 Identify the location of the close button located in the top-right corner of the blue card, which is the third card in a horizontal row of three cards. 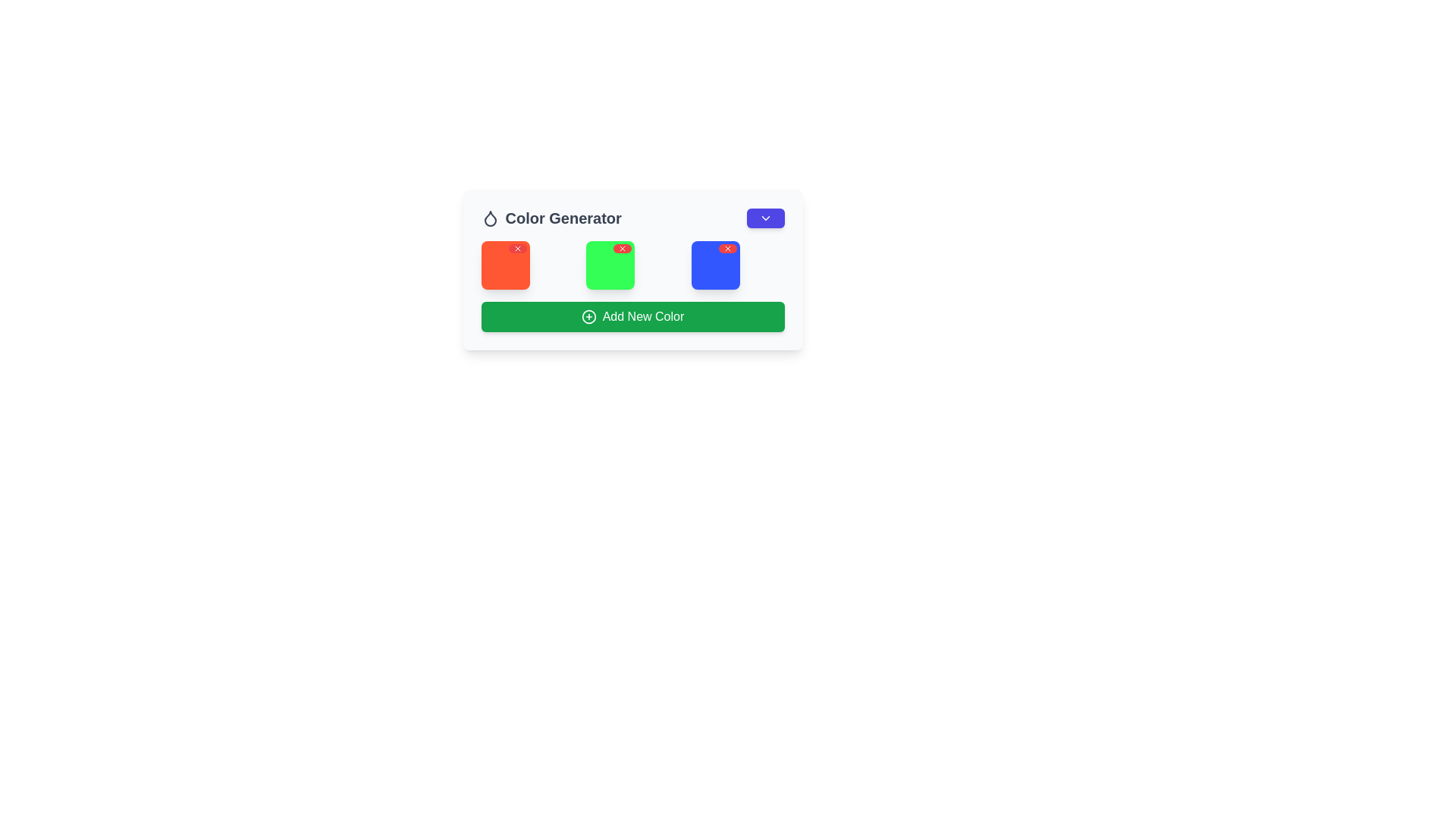
(726, 247).